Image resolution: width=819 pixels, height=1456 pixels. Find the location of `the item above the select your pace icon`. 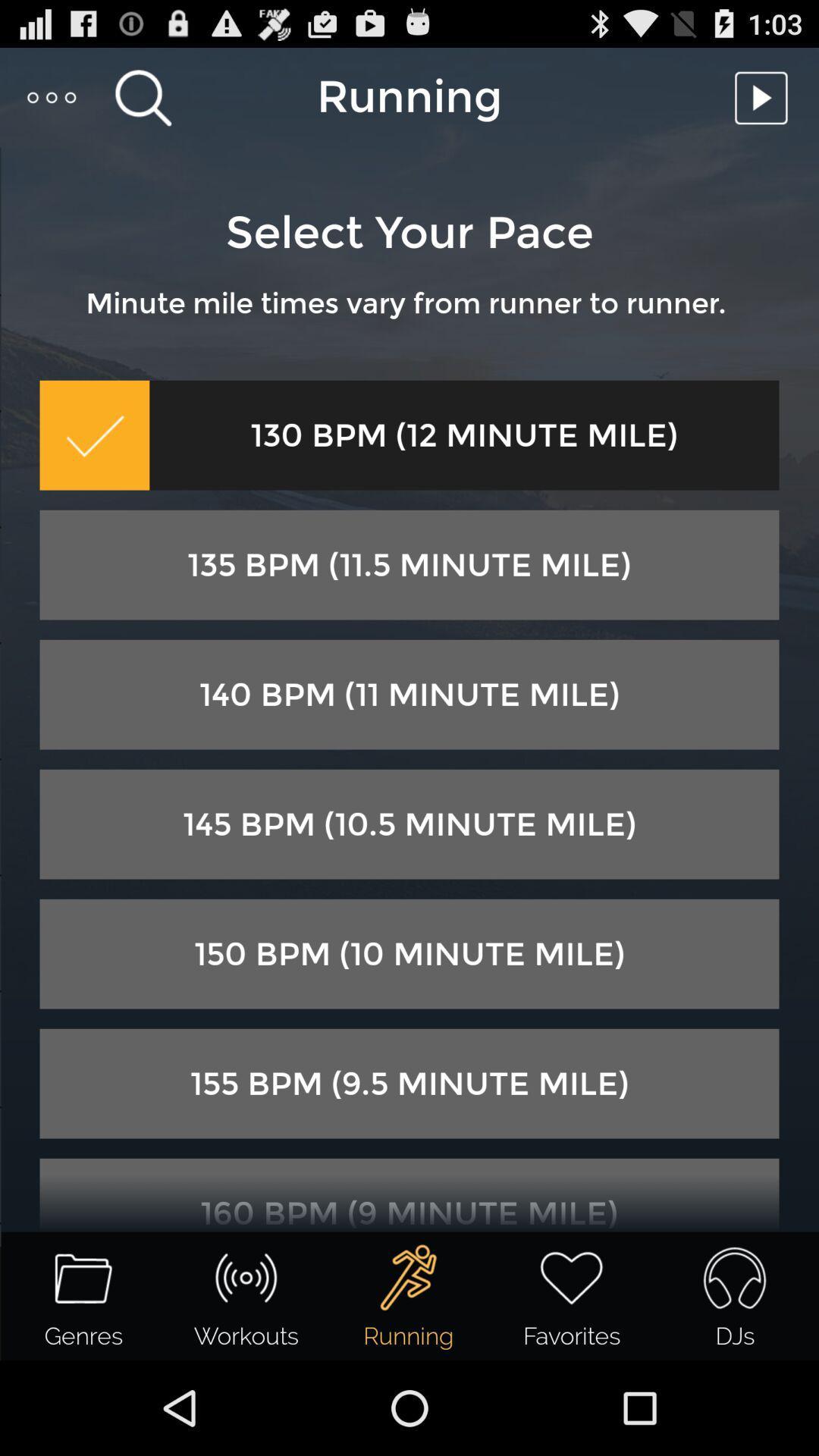

the item above the select your pace icon is located at coordinates (143, 96).